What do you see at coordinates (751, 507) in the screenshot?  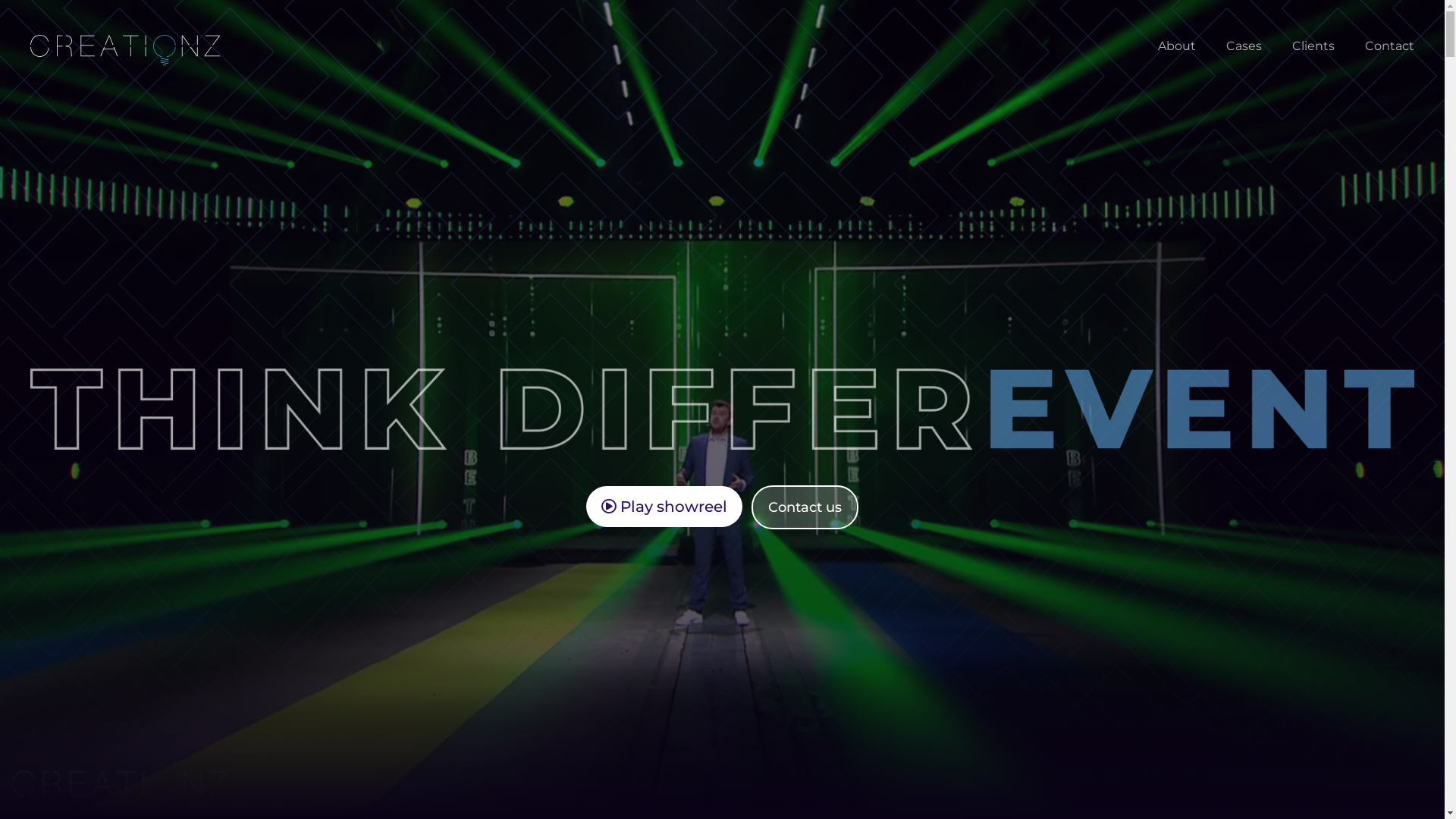 I see `'Contact us'` at bounding box center [751, 507].